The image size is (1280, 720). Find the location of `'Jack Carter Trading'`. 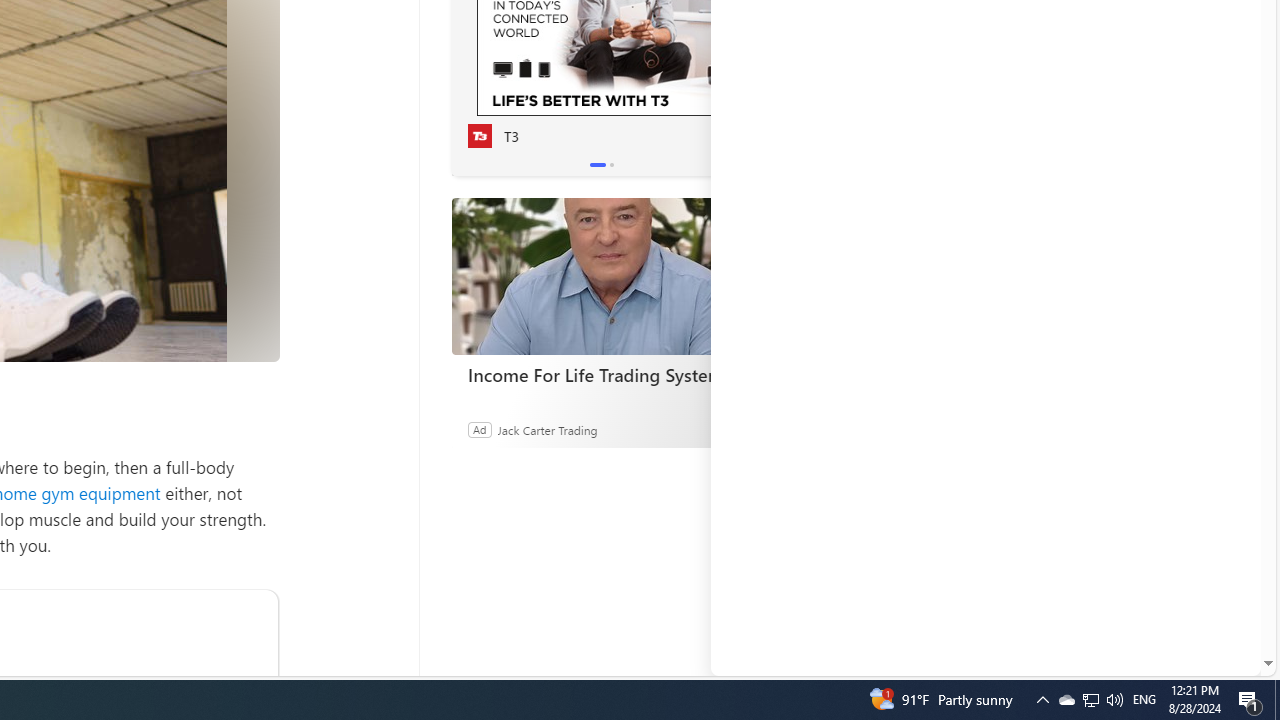

'Jack Carter Trading' is located at coordinates (547, 428).